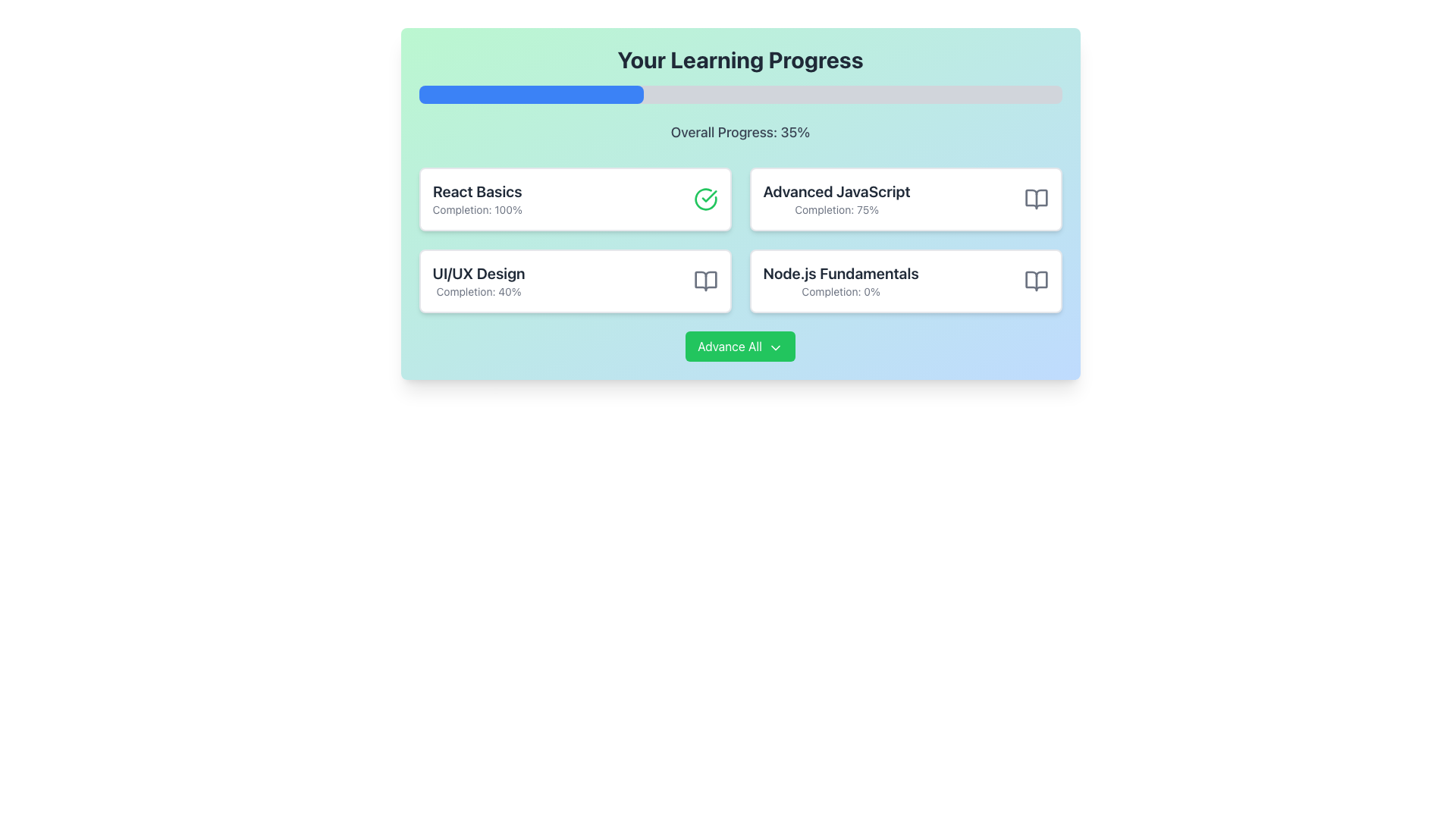 Image resolution: width=1456 pixels, height=819 pixels. I want to click on the progress bar that indicates 35% completion, located below 'Your Learning Progress' and above 'Overall Progress: 35%', so click(740, 94).